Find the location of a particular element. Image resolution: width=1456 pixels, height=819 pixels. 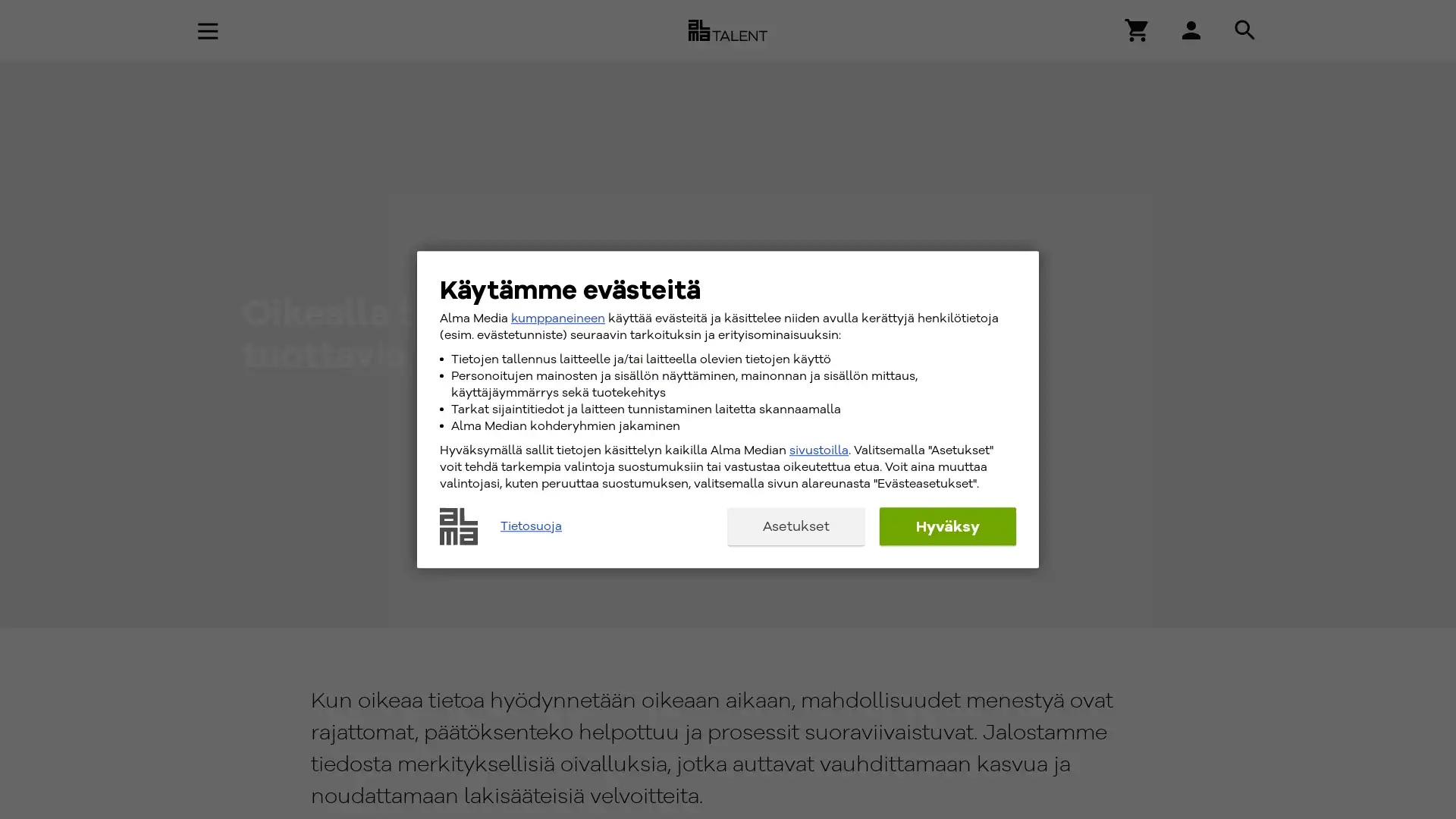

Hae is located at coordinates (1244, 30).